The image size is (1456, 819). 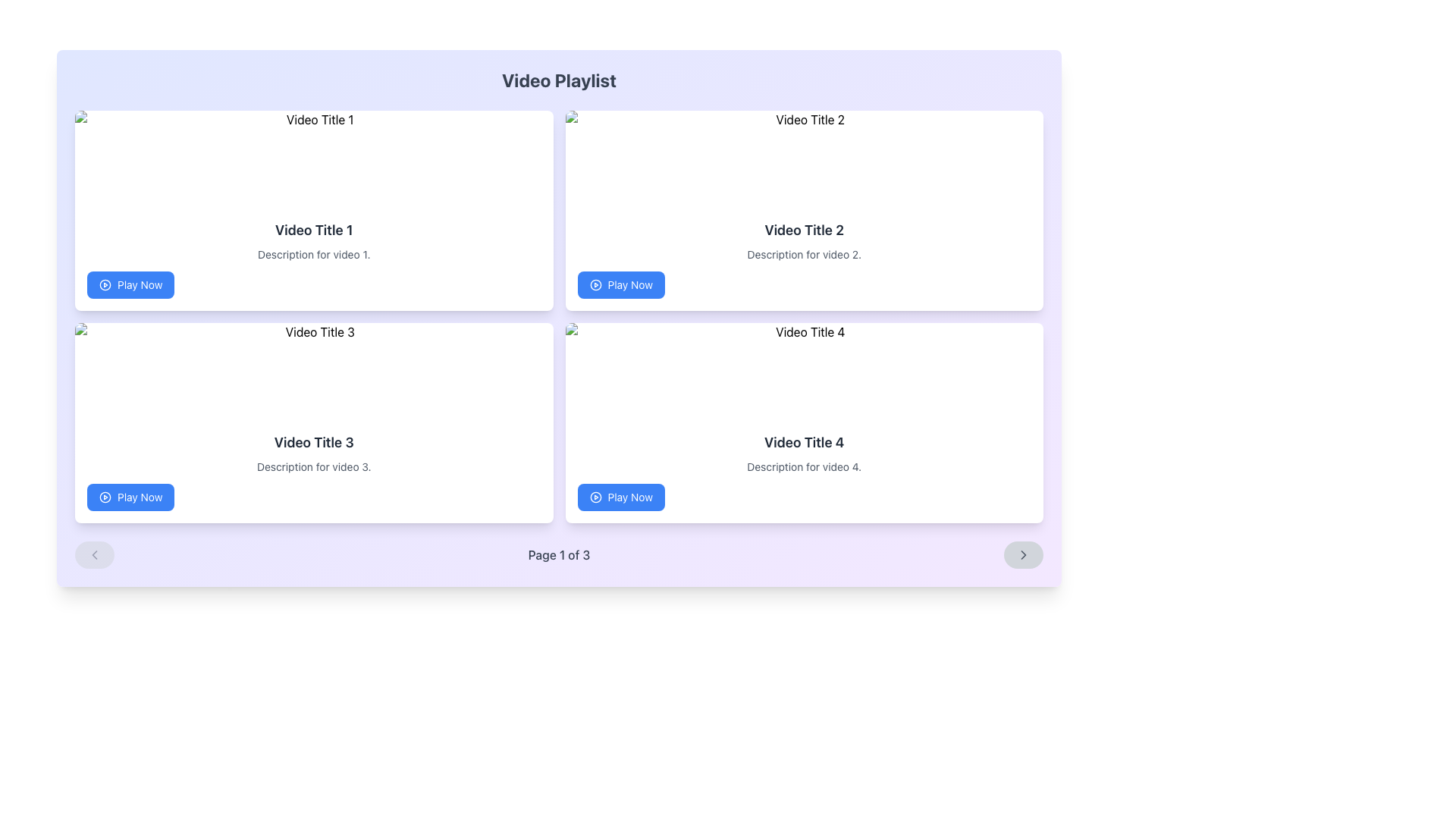 What do you see at coordinates (595, 284) in the screenshot?
I see `the play icon located within the 'Play Now' button under 'Video Title 2'` at bounding box center [595, 284].